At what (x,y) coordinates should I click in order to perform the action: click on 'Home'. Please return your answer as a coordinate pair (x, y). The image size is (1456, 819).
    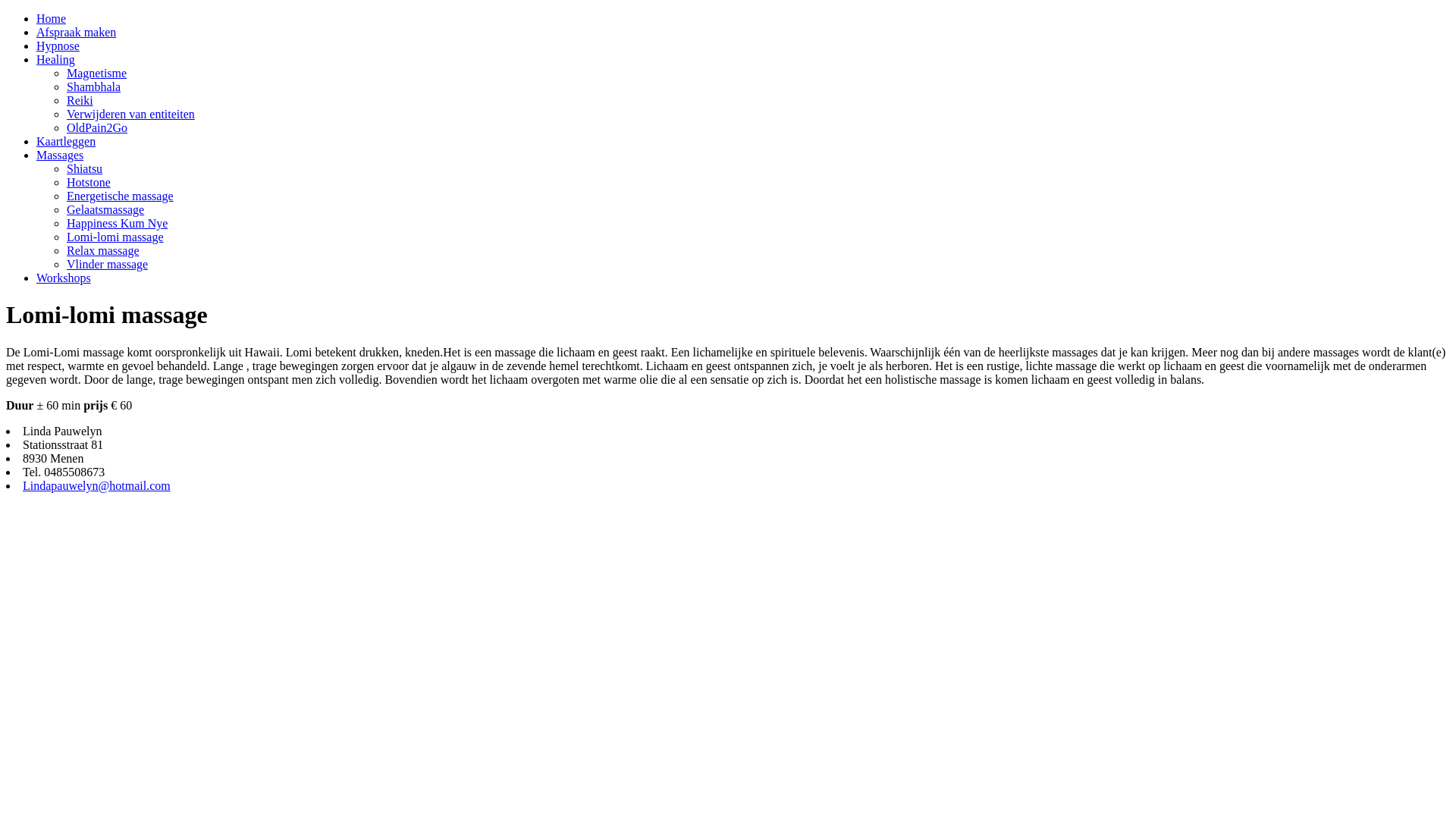
    Looking at the image, I should click on (51, 18).